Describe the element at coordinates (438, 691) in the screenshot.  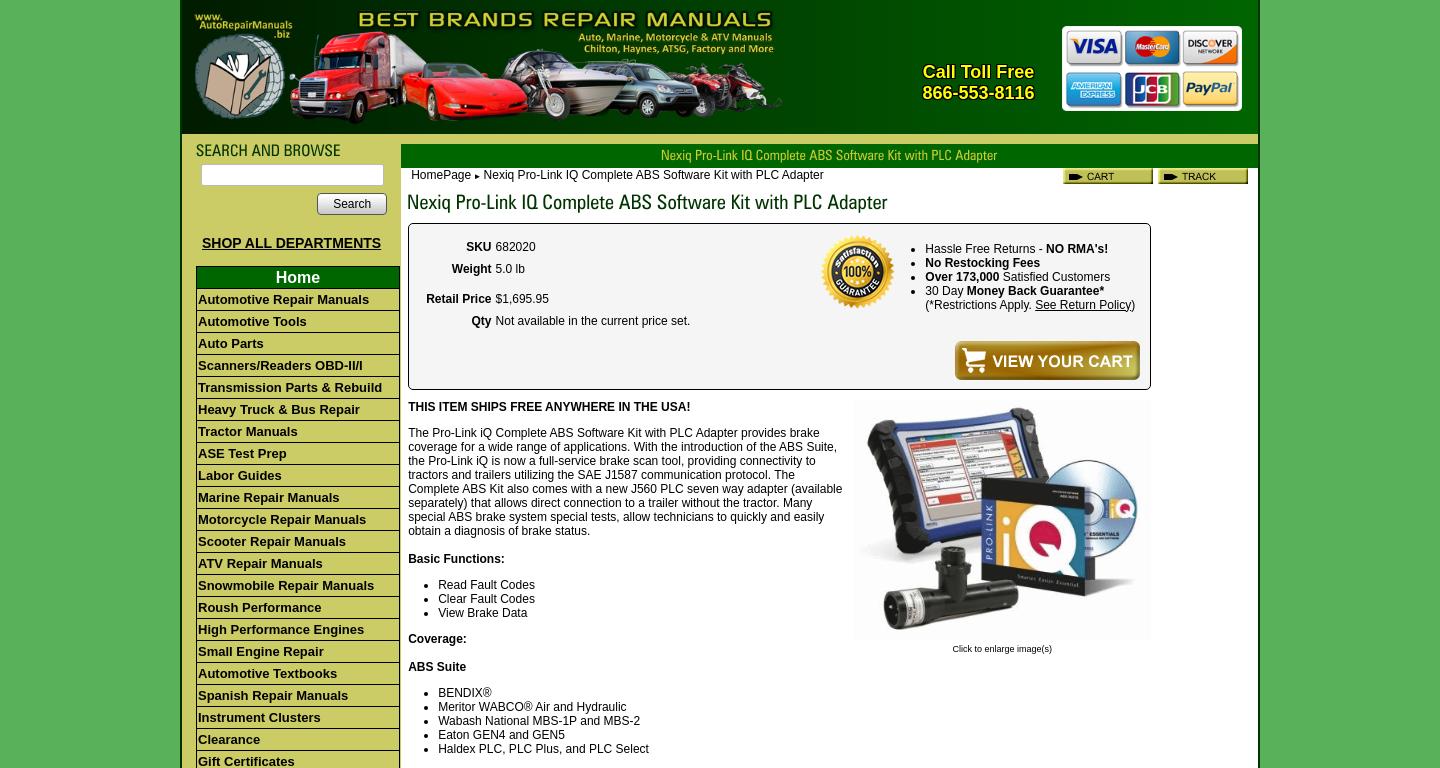
I see `'BENDIX®'` at that location.